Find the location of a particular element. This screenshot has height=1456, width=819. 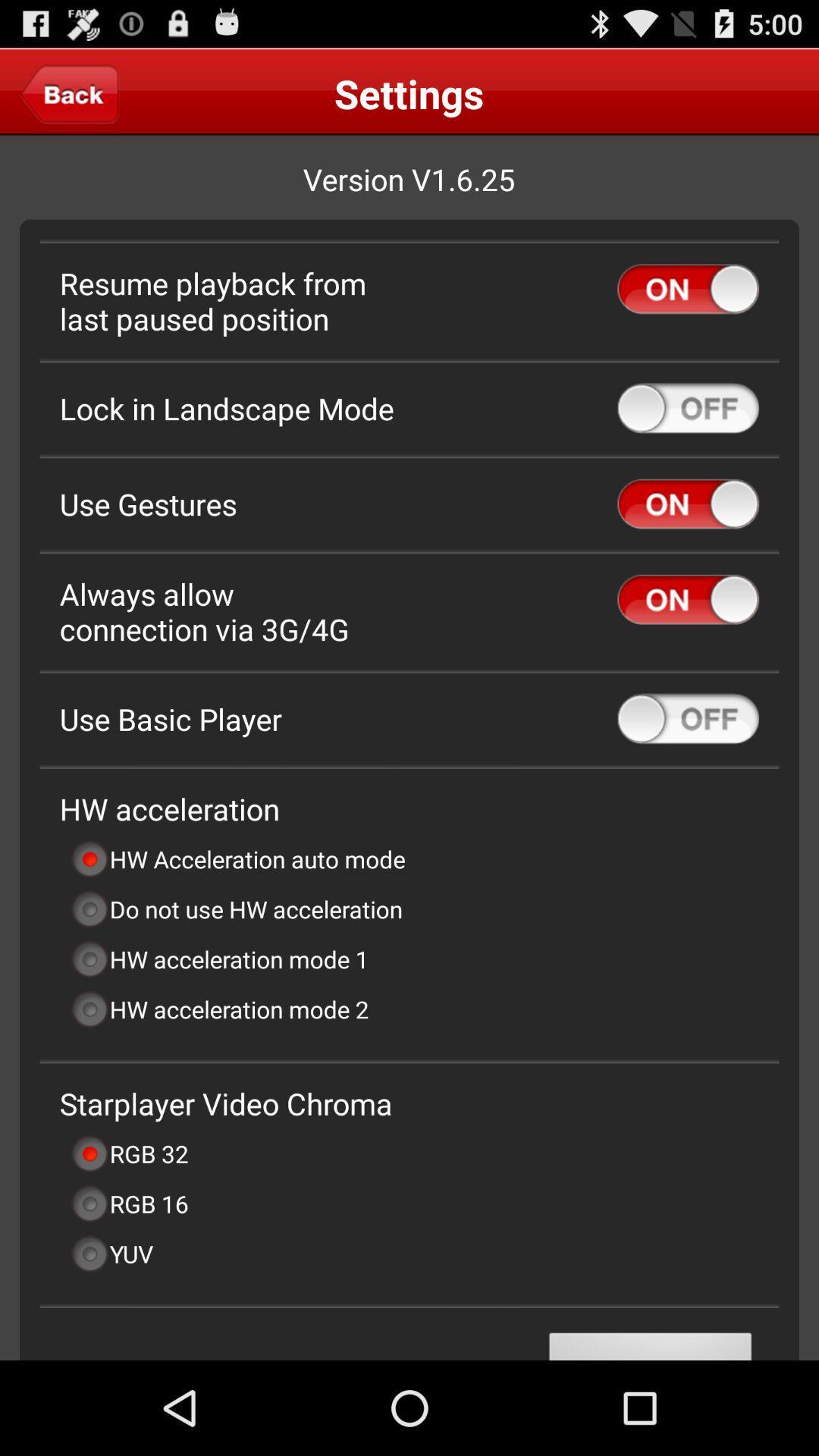

the do not use item is located at coordinates (236, 909).